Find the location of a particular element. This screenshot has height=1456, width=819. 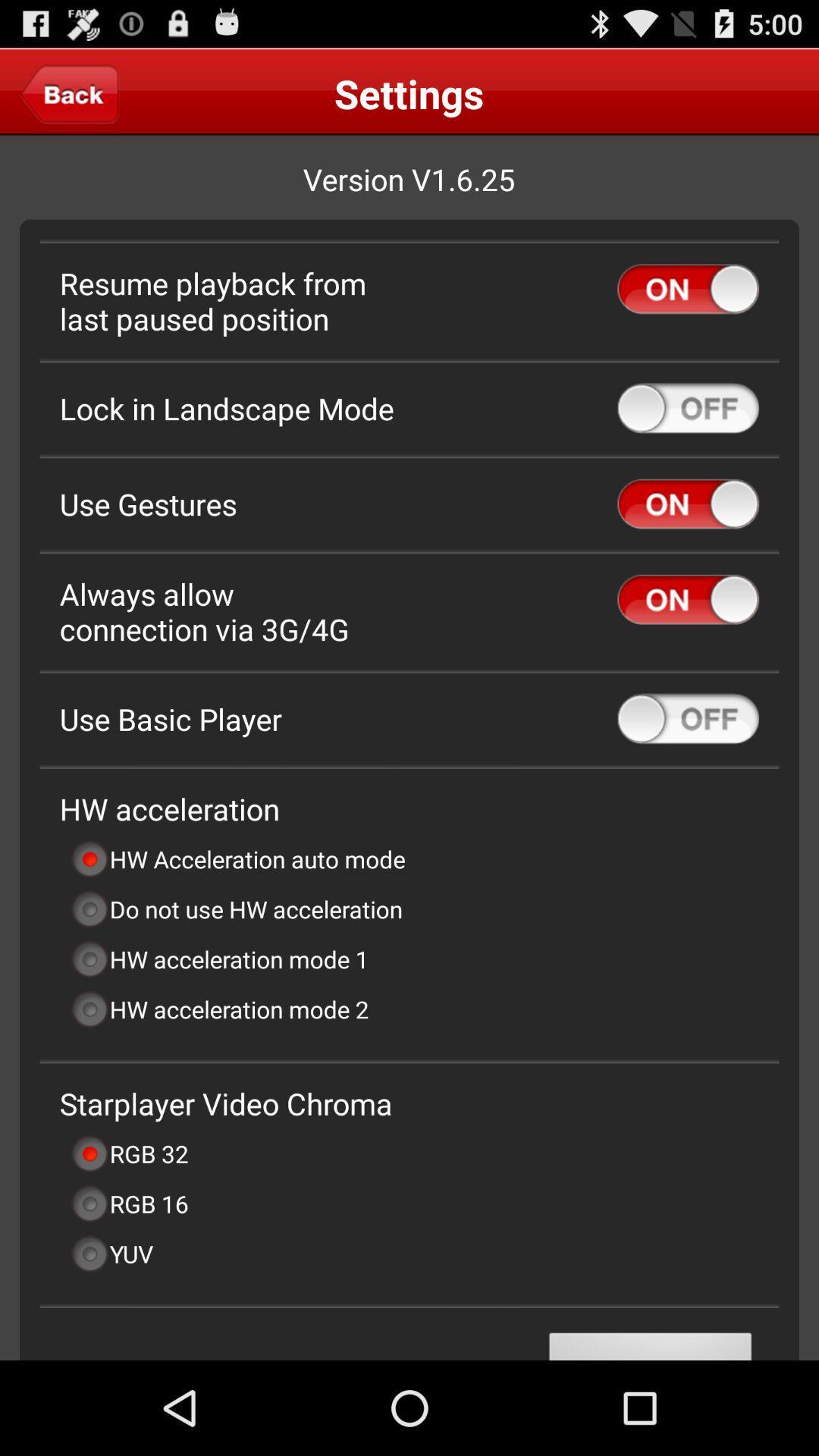

the do not use item is located at coordinates (236, 909).